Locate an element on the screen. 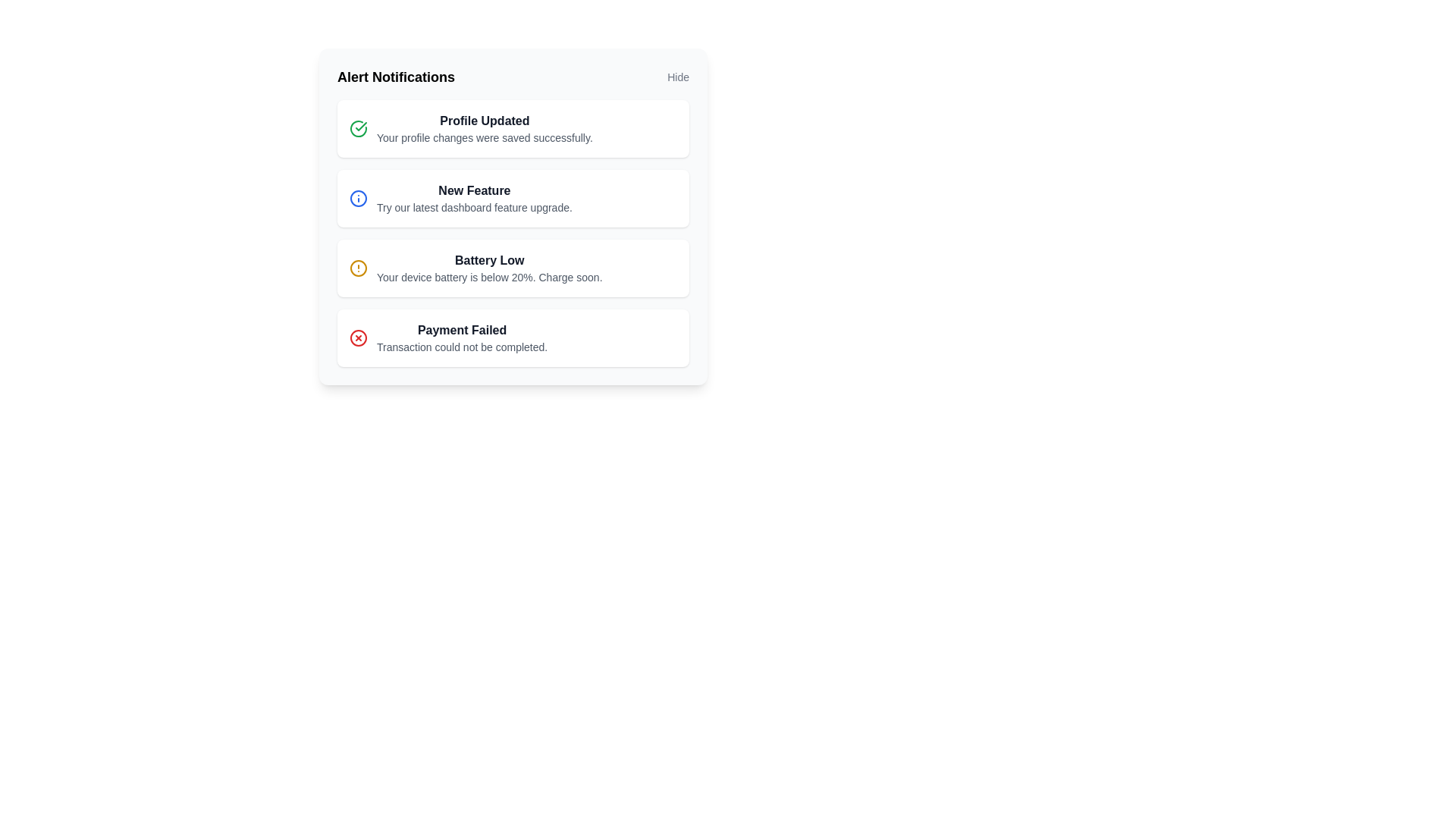 This screenshot has height=819, width=1456. the descriptive text element within the 'Payment Failed' alert box, which provides additional information following the title 'Payment Failed' is located at coordinates (461, 347).